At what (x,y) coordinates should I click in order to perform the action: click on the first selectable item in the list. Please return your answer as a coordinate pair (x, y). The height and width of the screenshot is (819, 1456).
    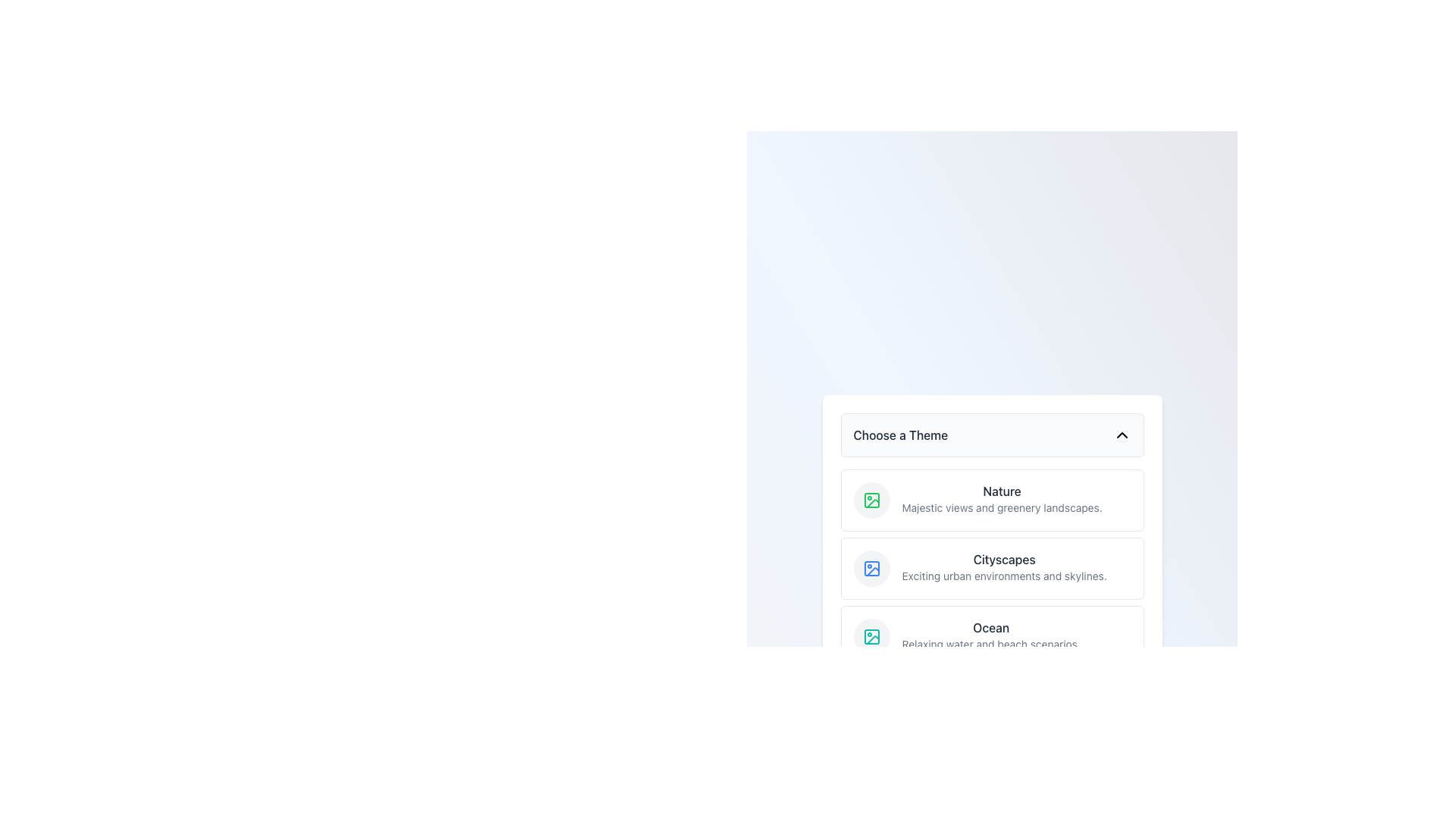
    Looking at the image, I should click on (1002, 500).